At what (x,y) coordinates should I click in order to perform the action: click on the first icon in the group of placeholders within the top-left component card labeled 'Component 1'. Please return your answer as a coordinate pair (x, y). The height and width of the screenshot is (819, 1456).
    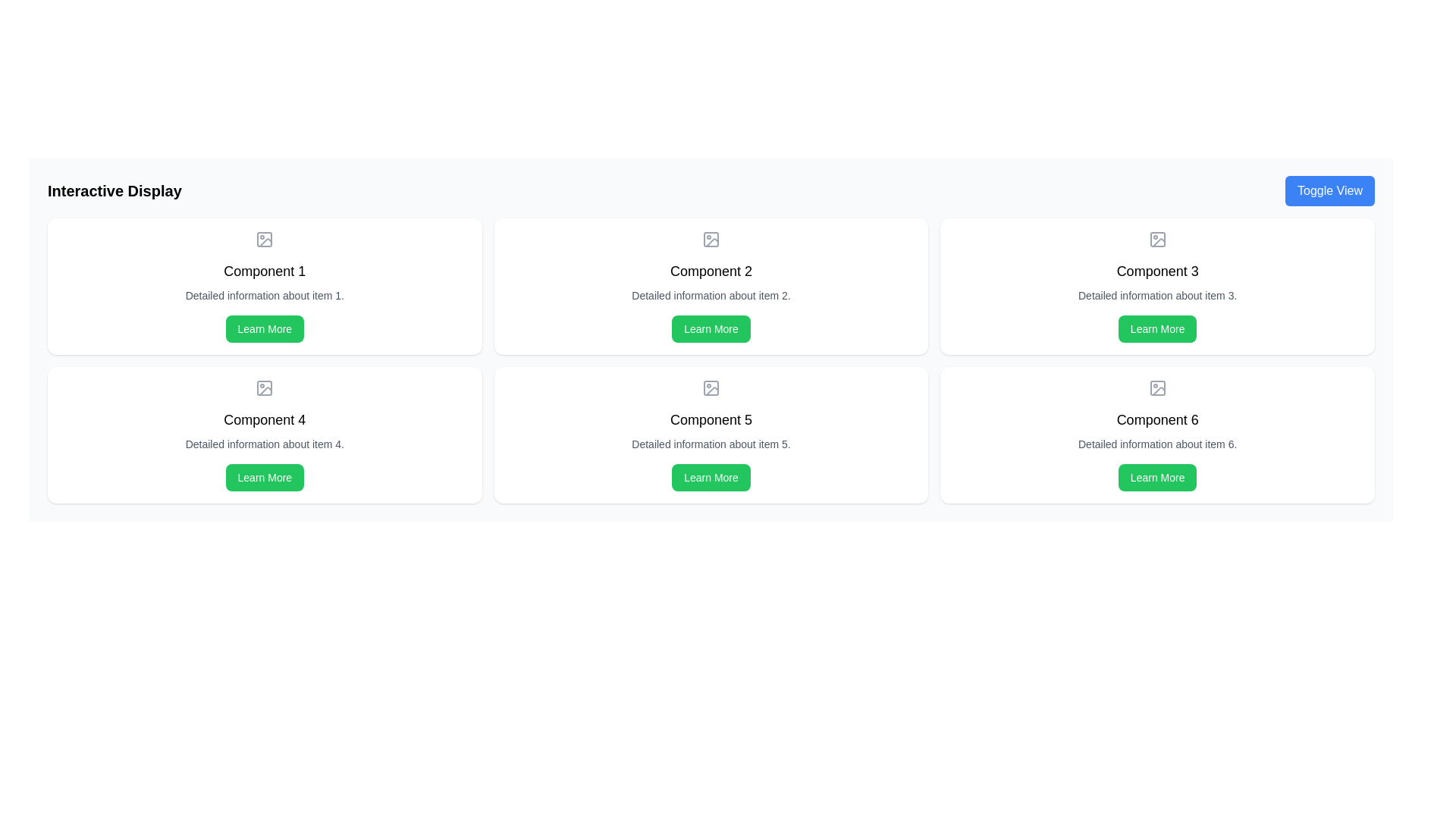
    Looking at the image, I should click on (265, 239).